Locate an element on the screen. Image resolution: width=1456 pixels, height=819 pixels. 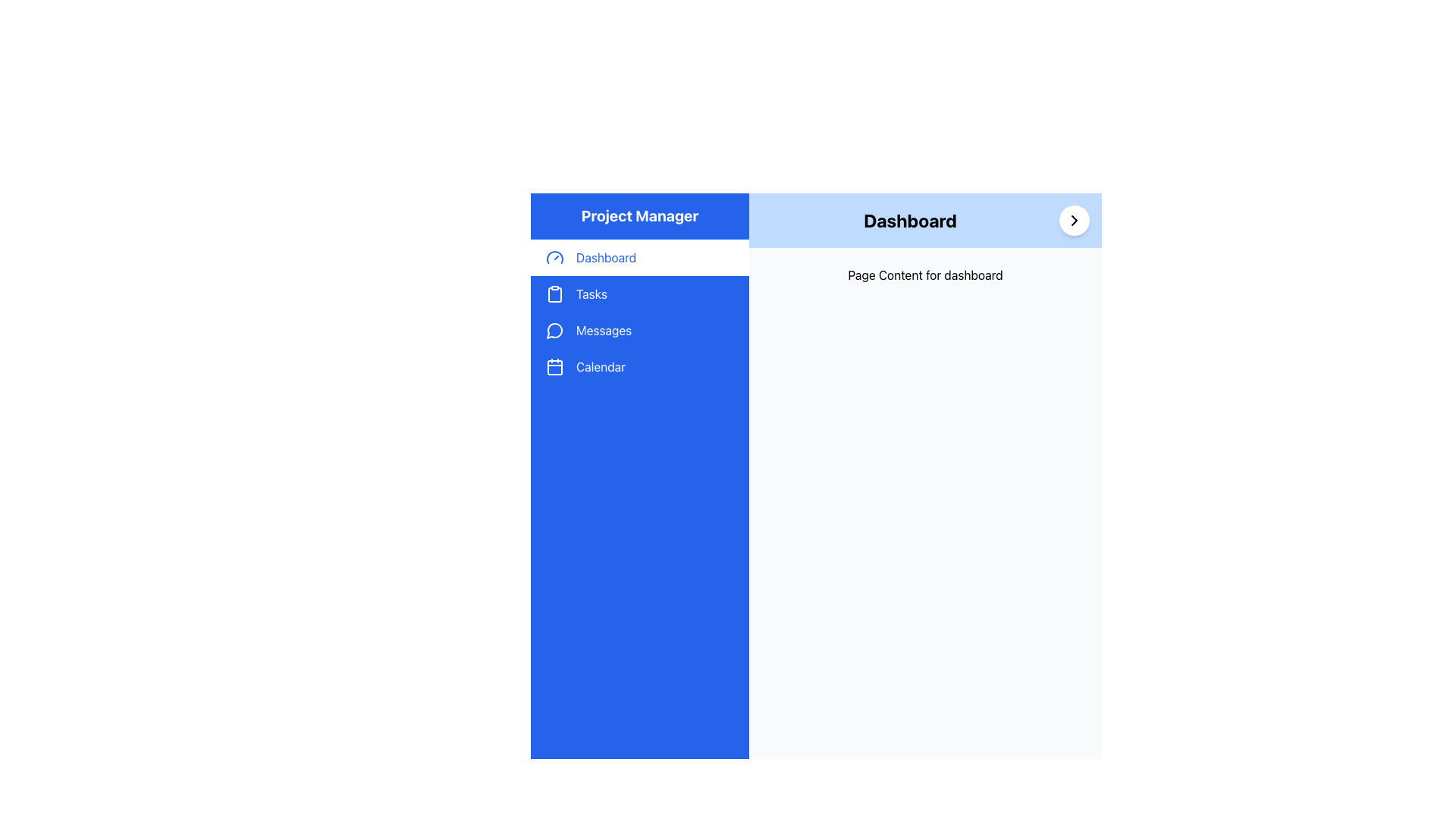
the 'Calendar' button located in the sidebar, which is the fourth menu item below 'Messages' is located at coordinates (640, 366).